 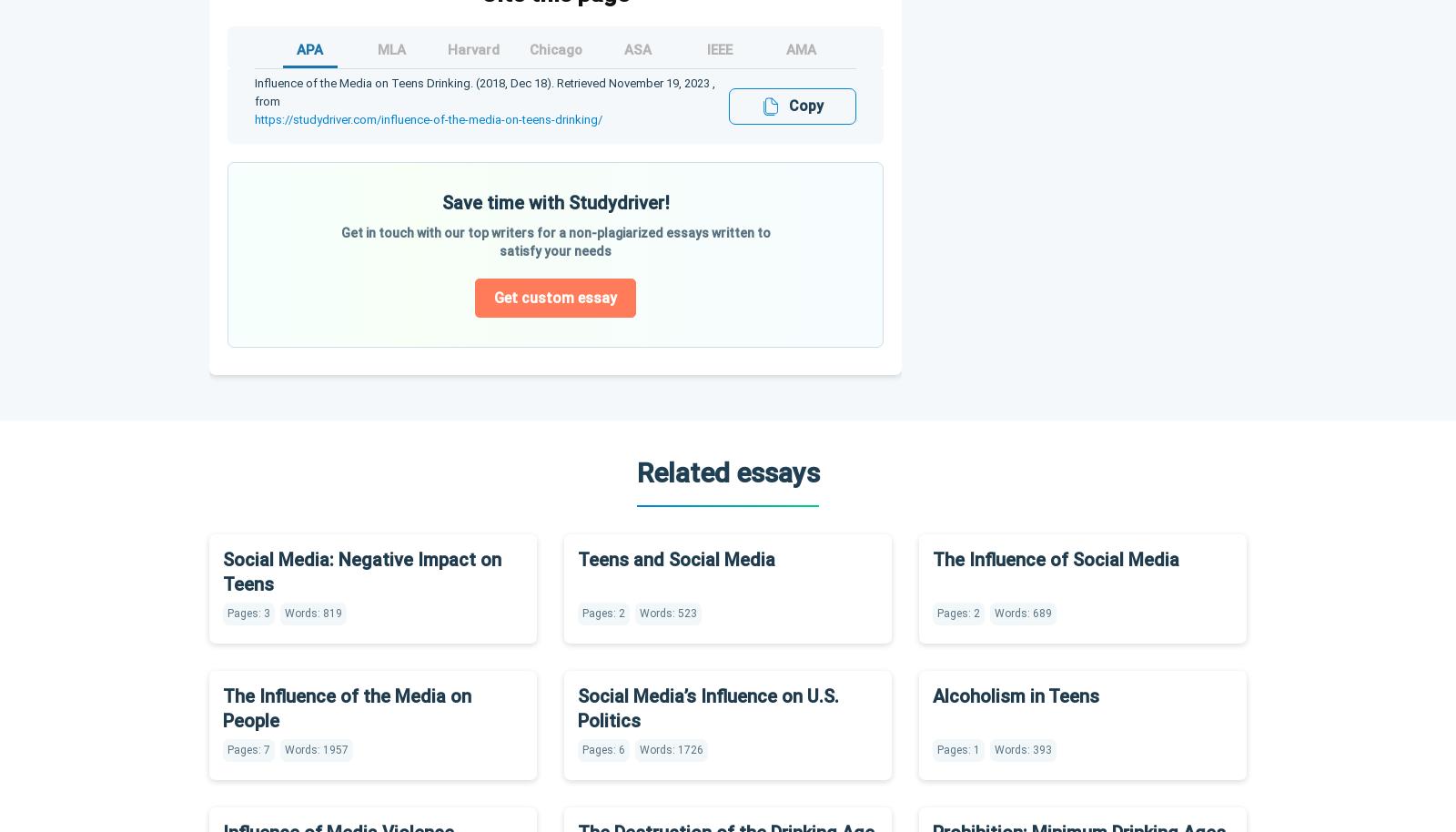 I want to click on 'APA', so click(x=309, y=49).